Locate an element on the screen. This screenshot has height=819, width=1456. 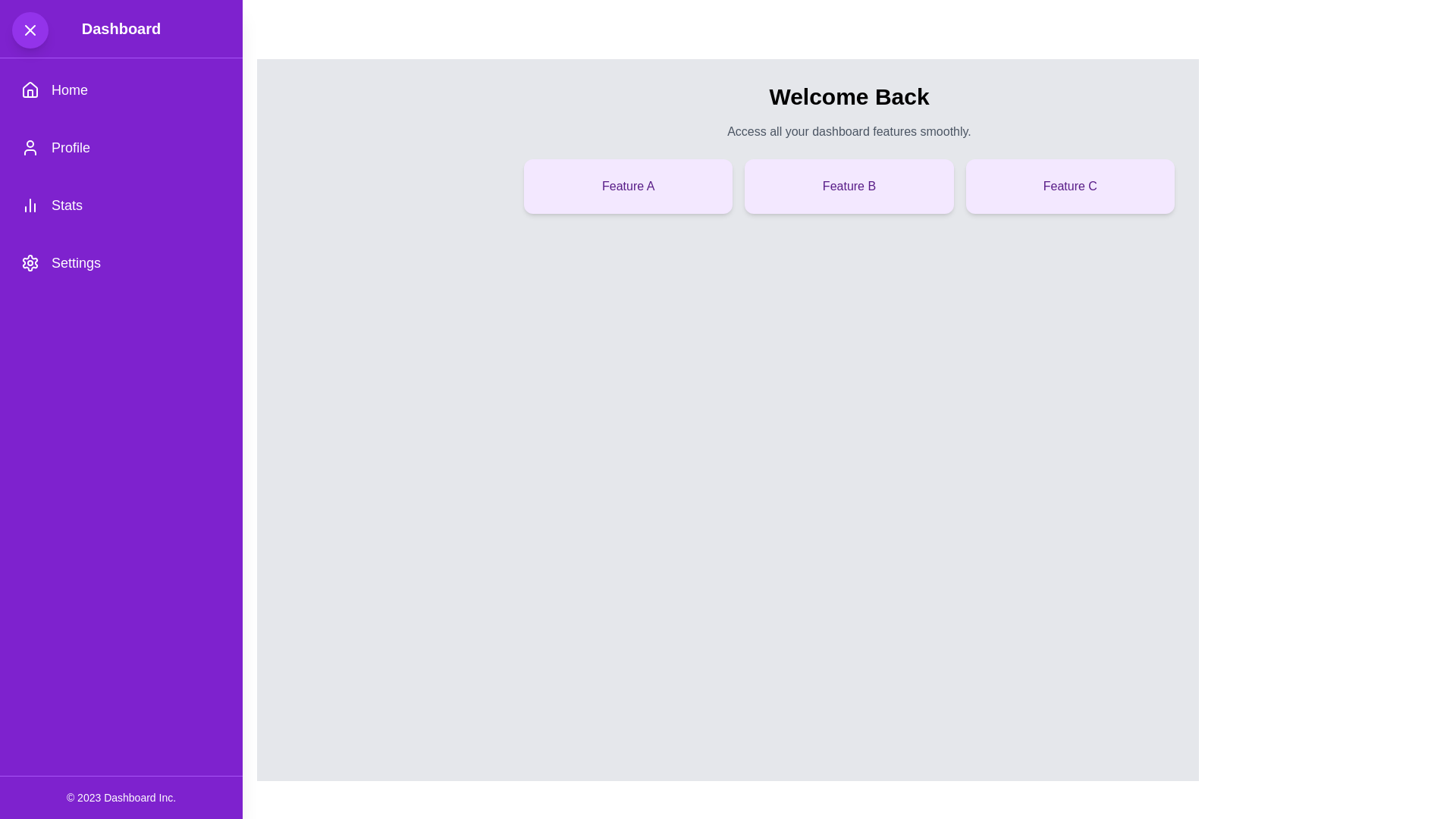
the third text link with an icon in the left navigation bar is located at coordinates (52, 205).